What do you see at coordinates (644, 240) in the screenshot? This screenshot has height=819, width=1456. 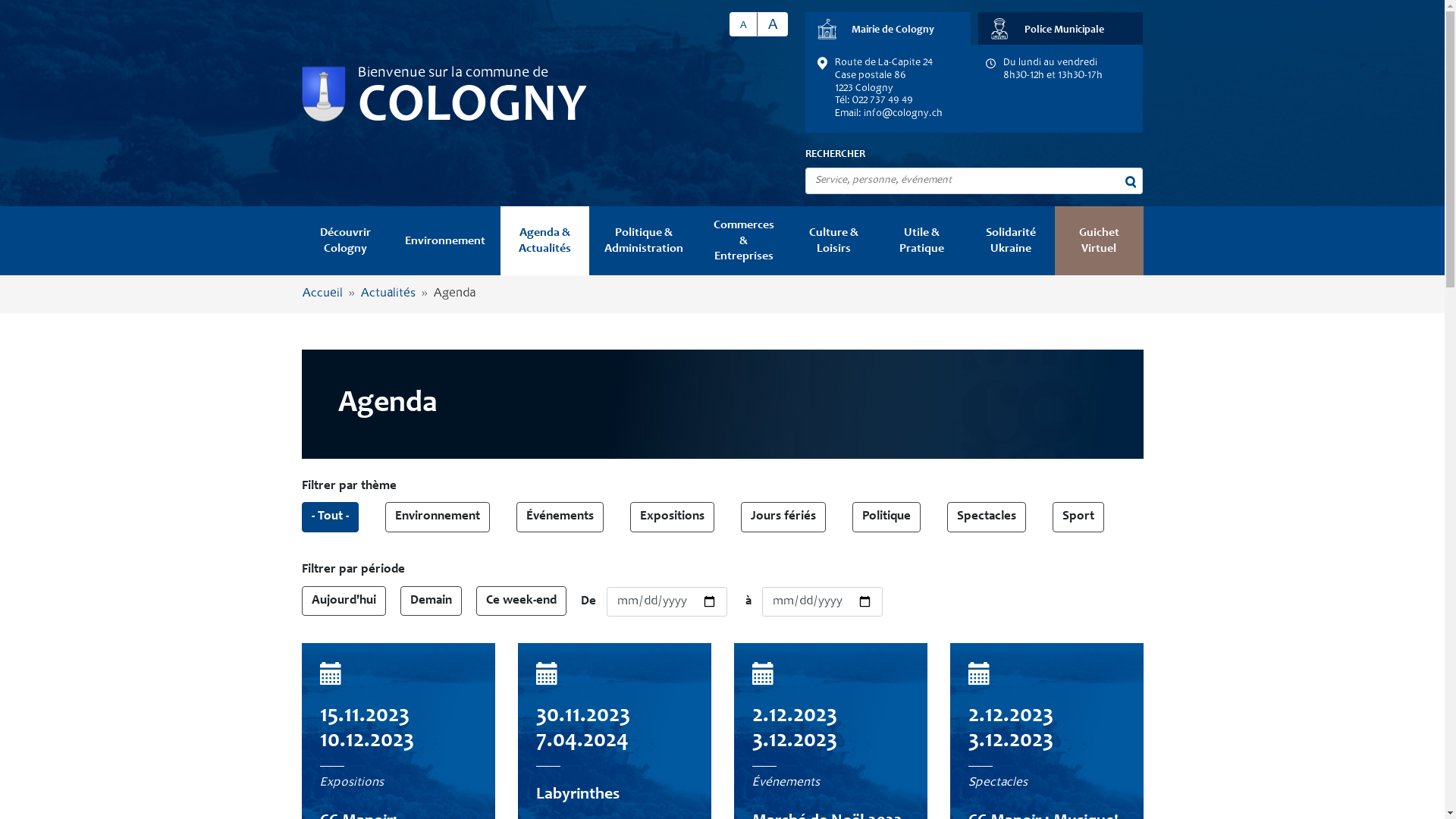 I see `'Politique & Administration'` at bounding box center [644, 240].